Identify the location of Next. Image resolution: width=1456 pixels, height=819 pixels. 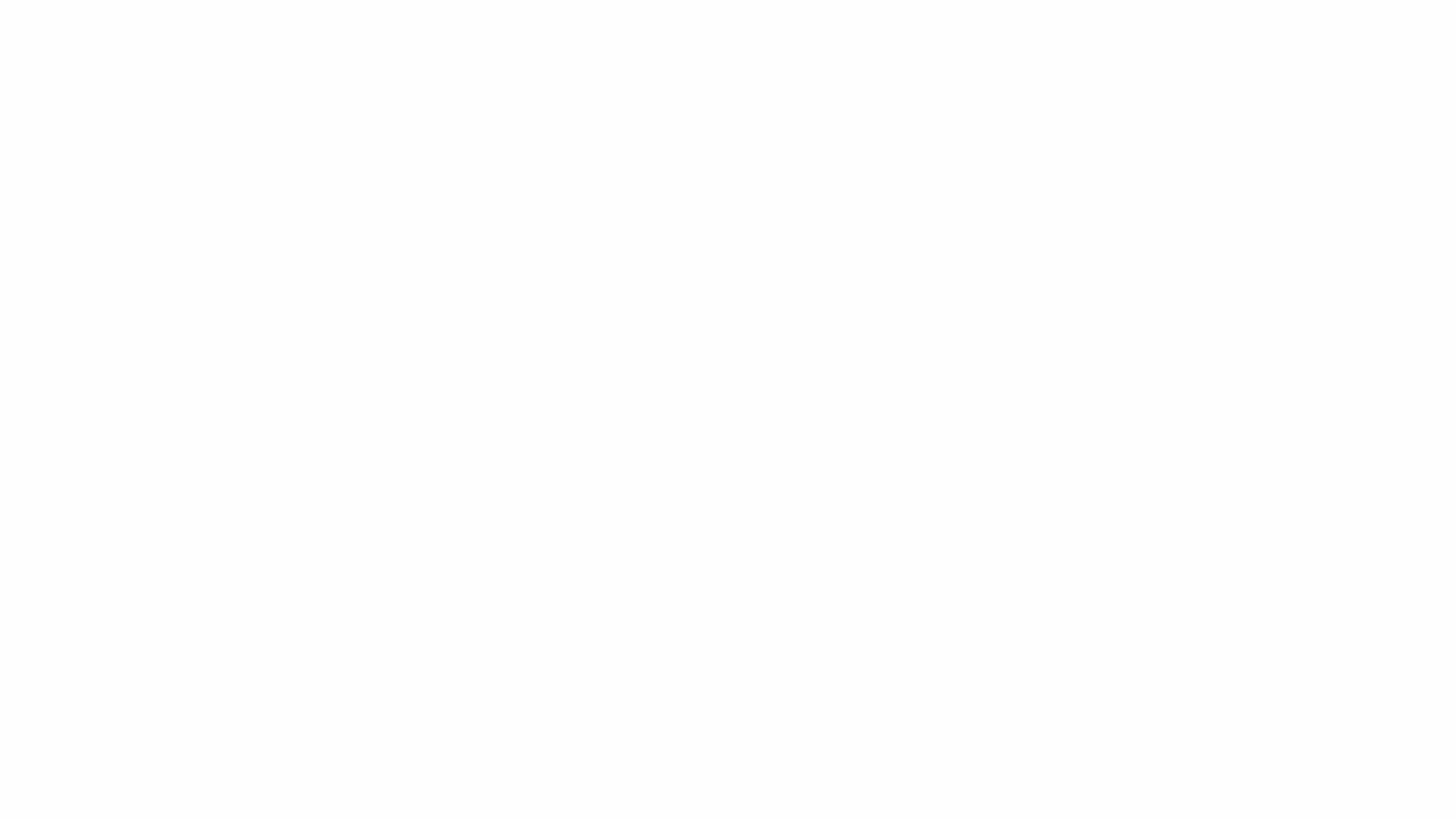
(1427, 409).